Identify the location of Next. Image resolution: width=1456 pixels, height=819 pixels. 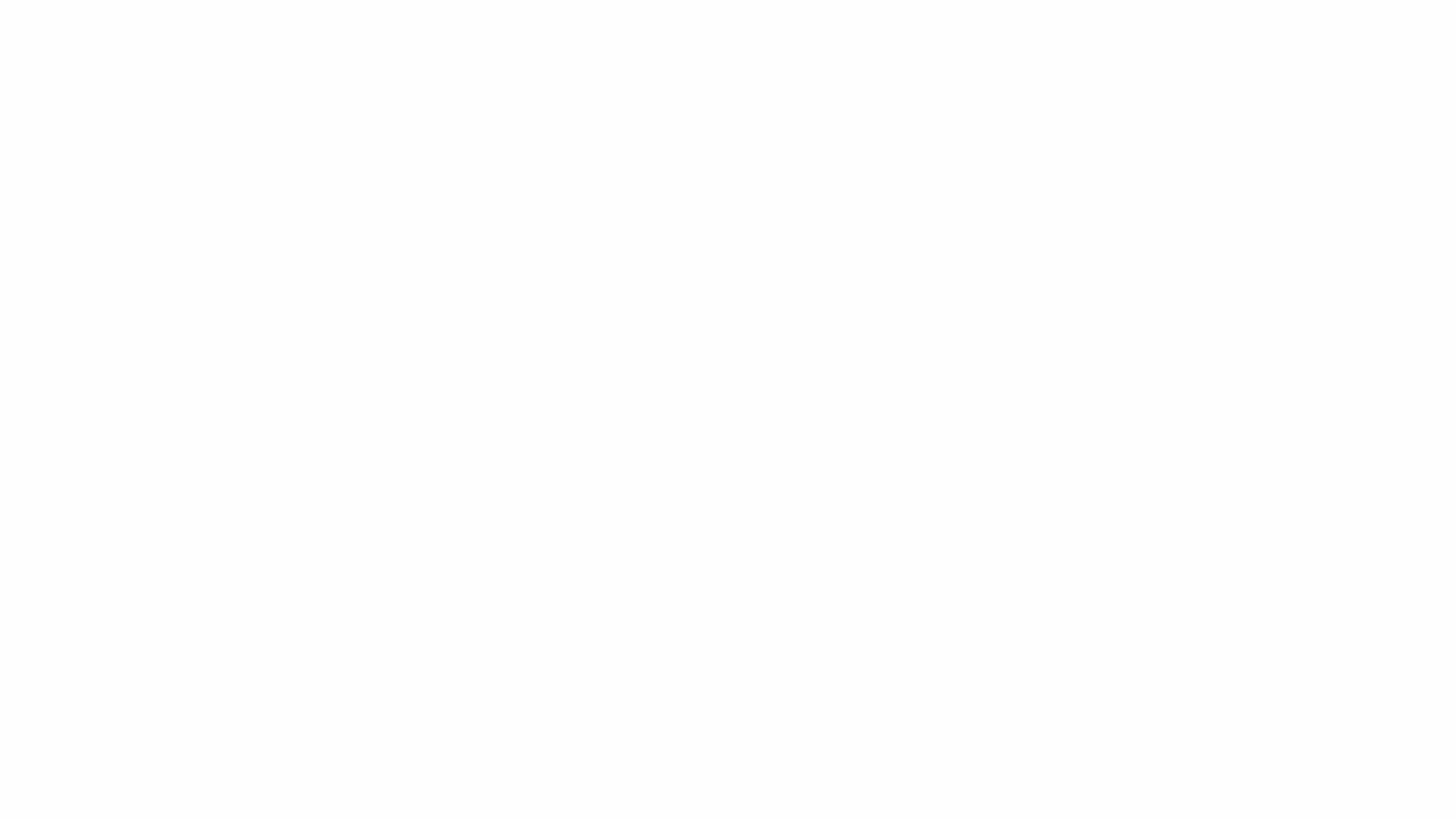
(1427, 409).